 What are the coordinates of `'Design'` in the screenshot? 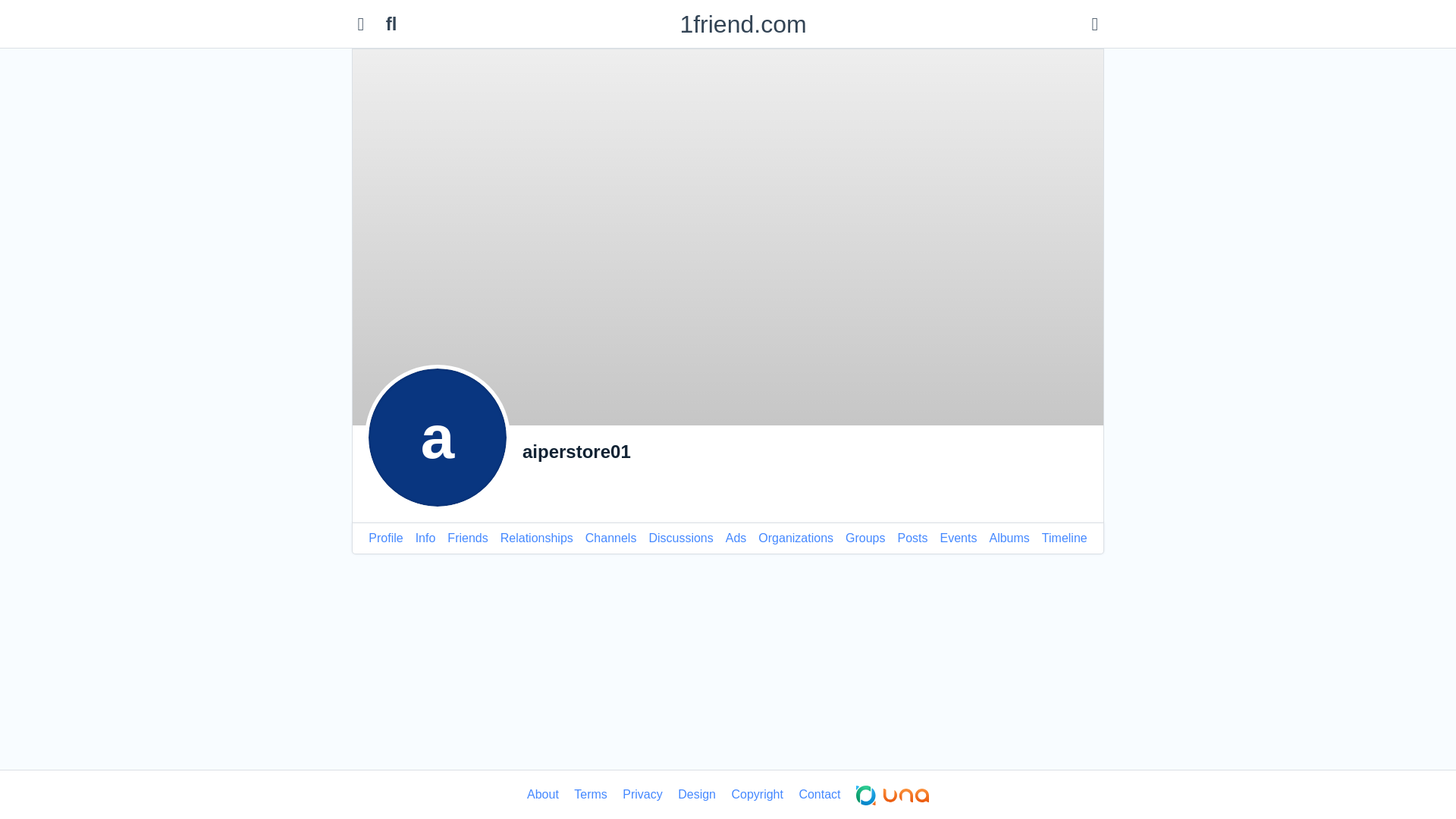 It's located at (695, 794).